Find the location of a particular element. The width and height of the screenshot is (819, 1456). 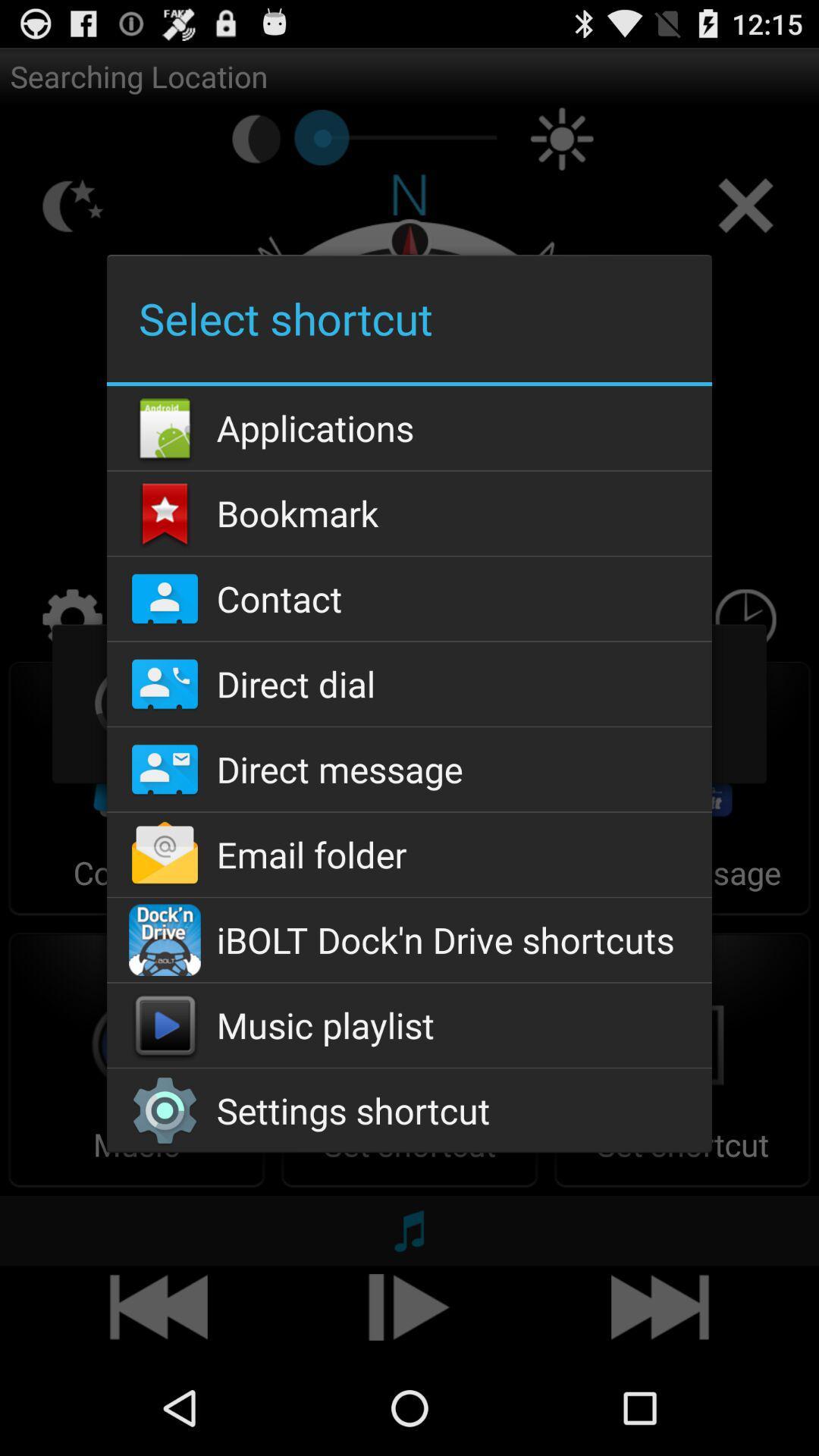

the app below direct dial icon is located at coordinates (409, 769).